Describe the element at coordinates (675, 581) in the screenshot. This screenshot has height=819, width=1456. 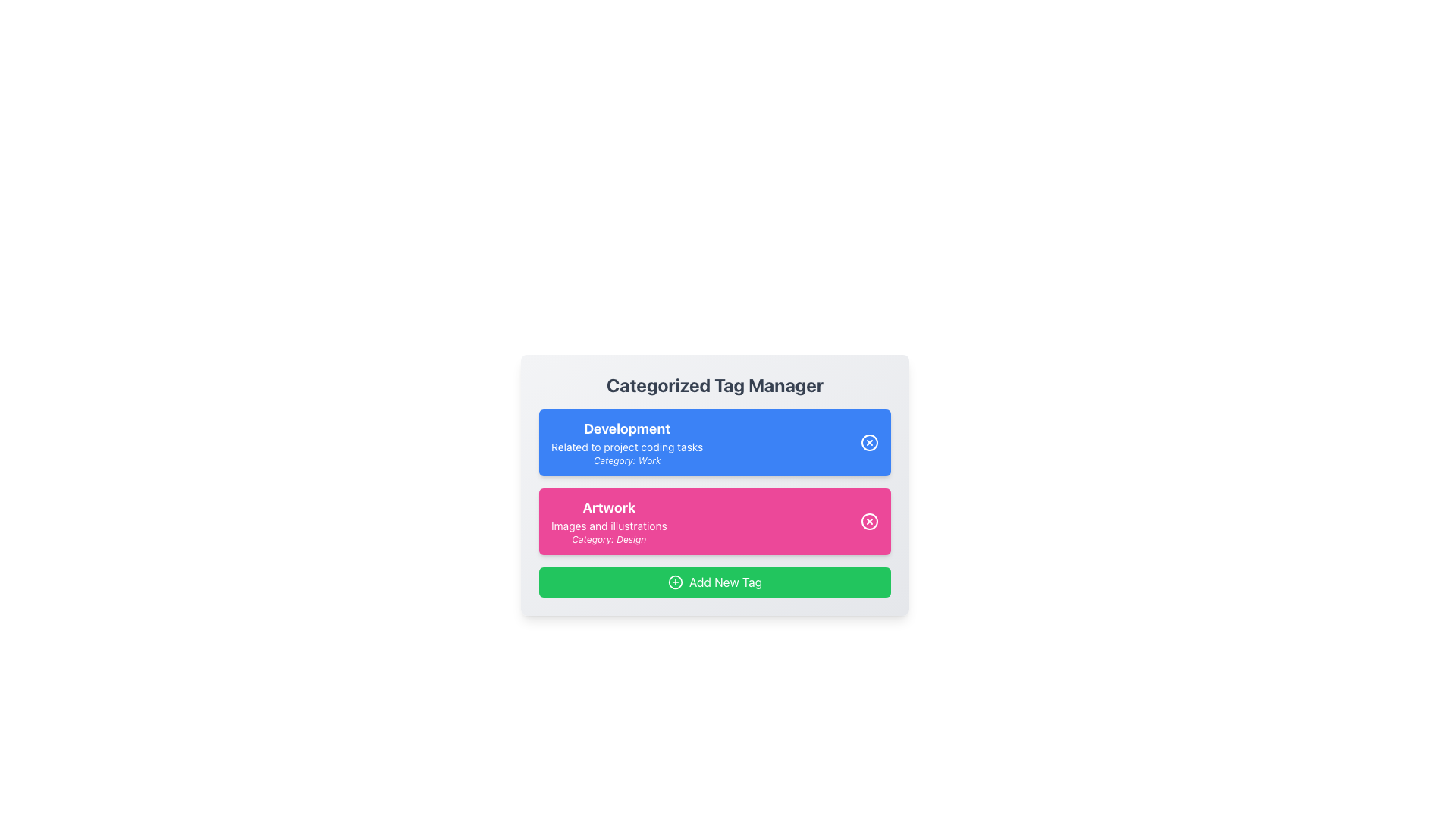
I see `the circular icon with a plus sign inside, located to the left of the 'Add New Tag' text within the green button area` at that location.